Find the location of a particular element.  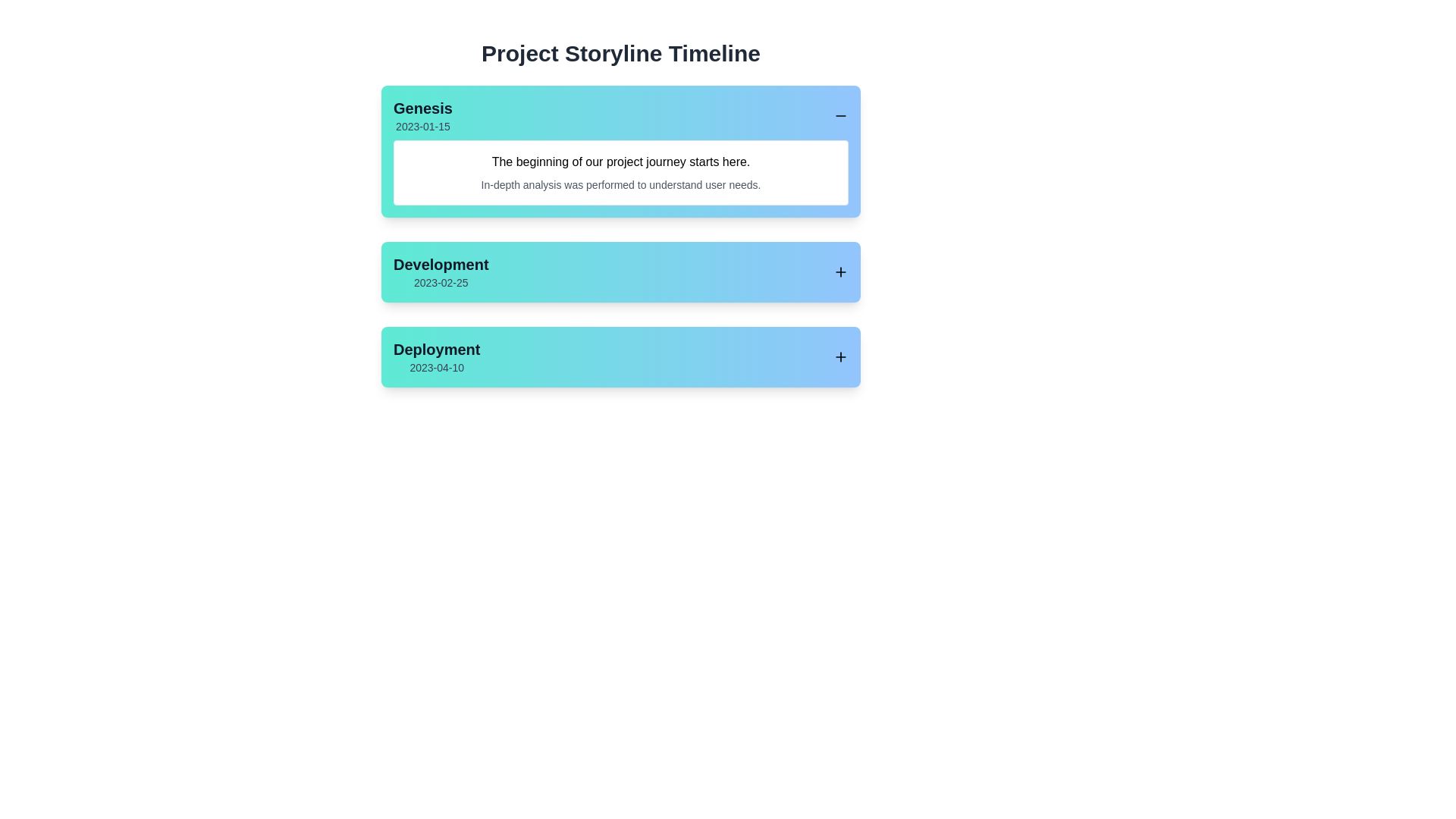

the text displaying the date '2023-04-10' located within the 'Deployment' content card under the 'Project Storyline Timeline' section is located at coordinates (436, 368).